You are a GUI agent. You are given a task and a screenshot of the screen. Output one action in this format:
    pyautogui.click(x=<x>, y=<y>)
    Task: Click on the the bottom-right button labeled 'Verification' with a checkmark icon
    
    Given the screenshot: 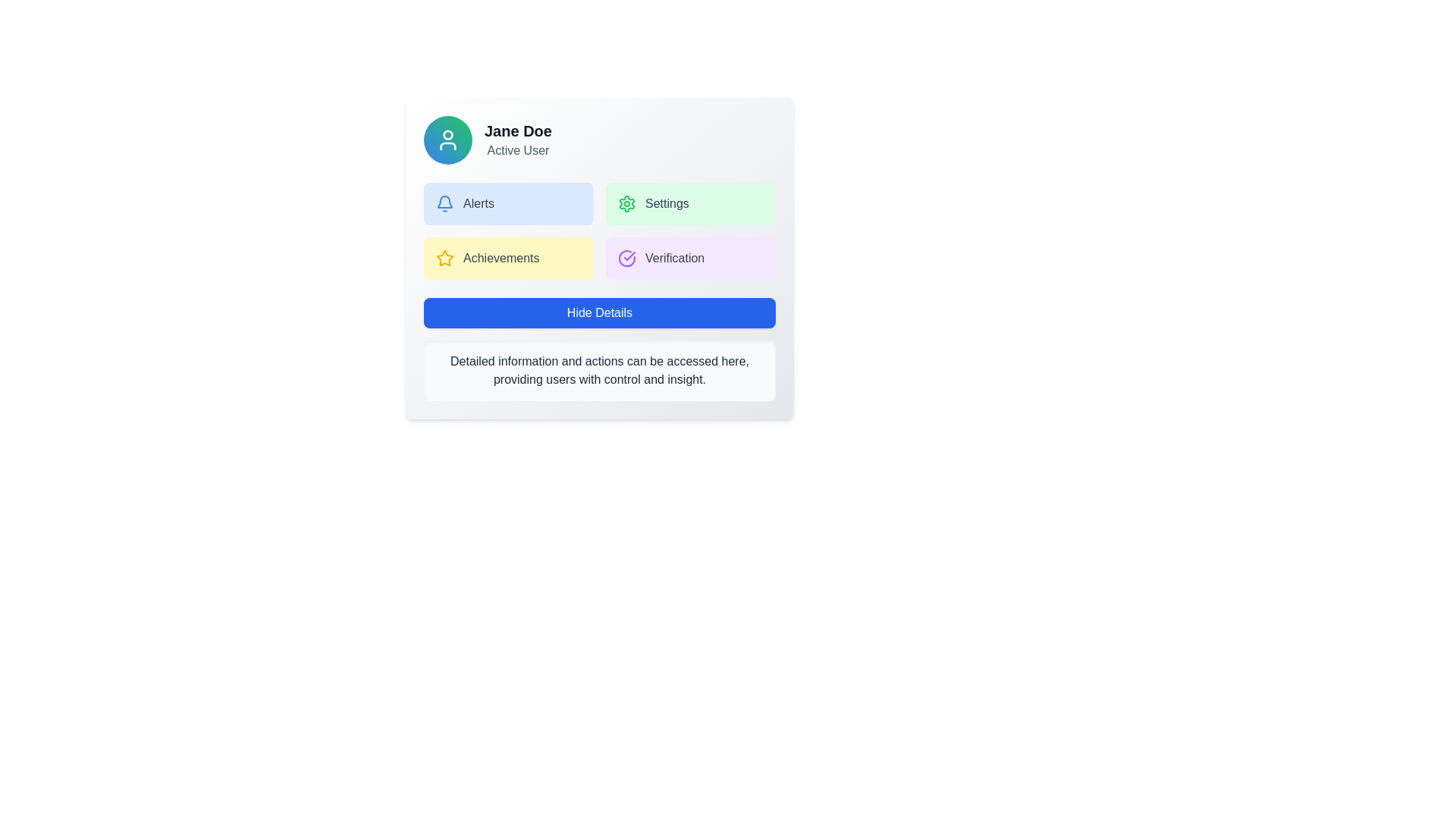 What is the action you would take?
    pyautogui.click(x=690, y=257)
    